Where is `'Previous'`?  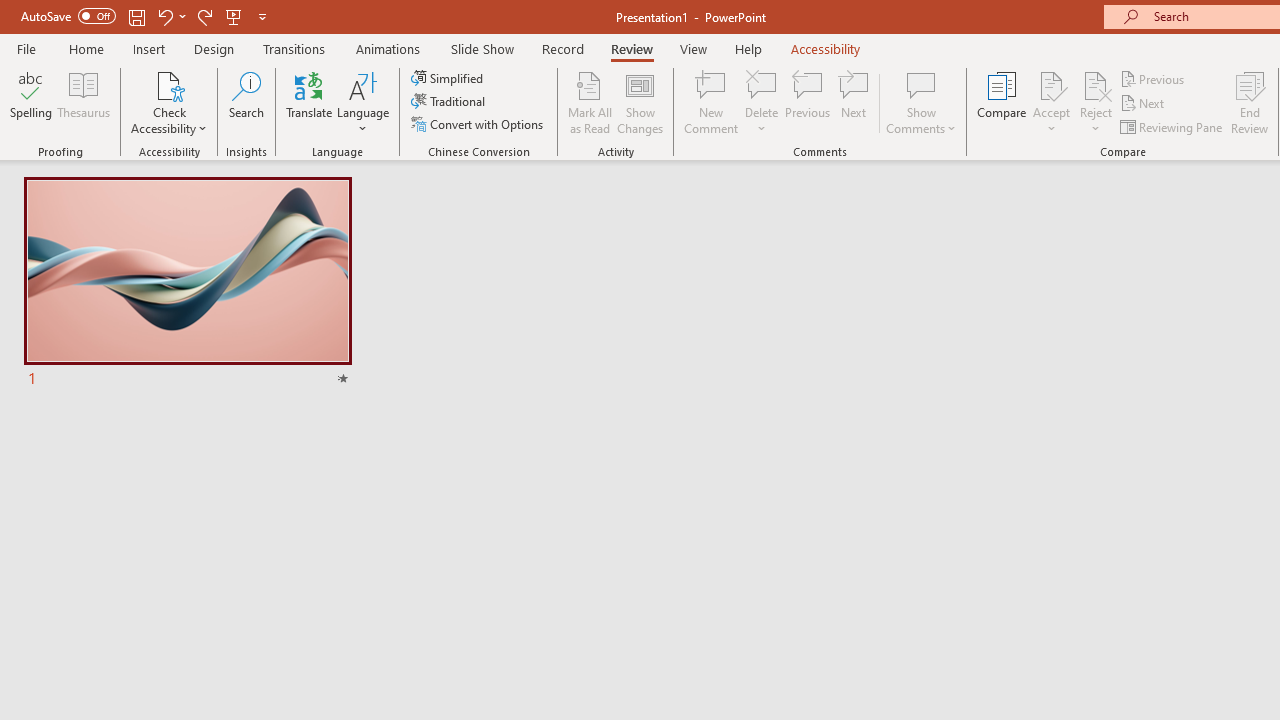 'Previous' is located at coordinates (1153, 78).